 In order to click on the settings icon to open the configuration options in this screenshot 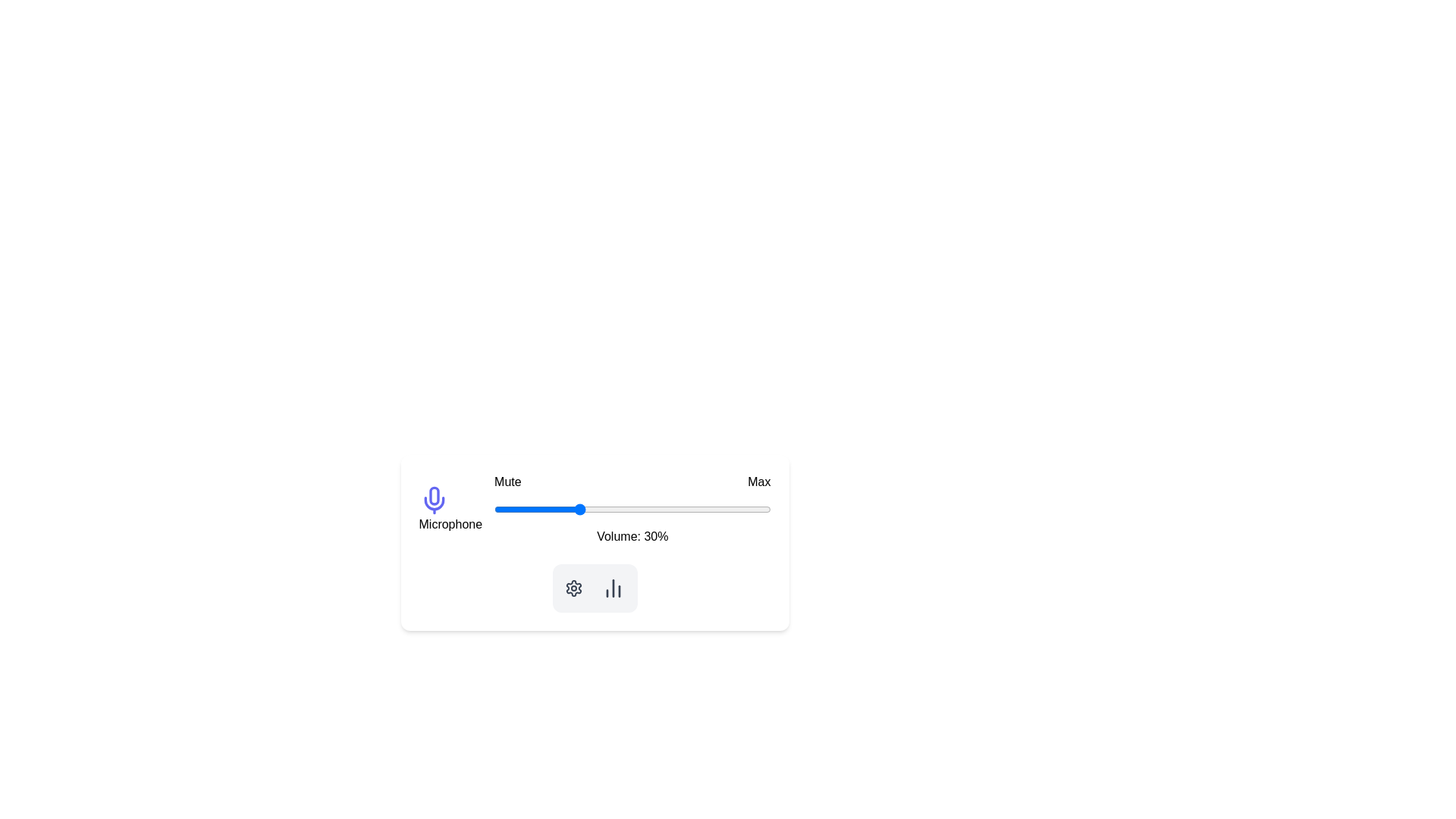, I will do `click(573, 587)`.